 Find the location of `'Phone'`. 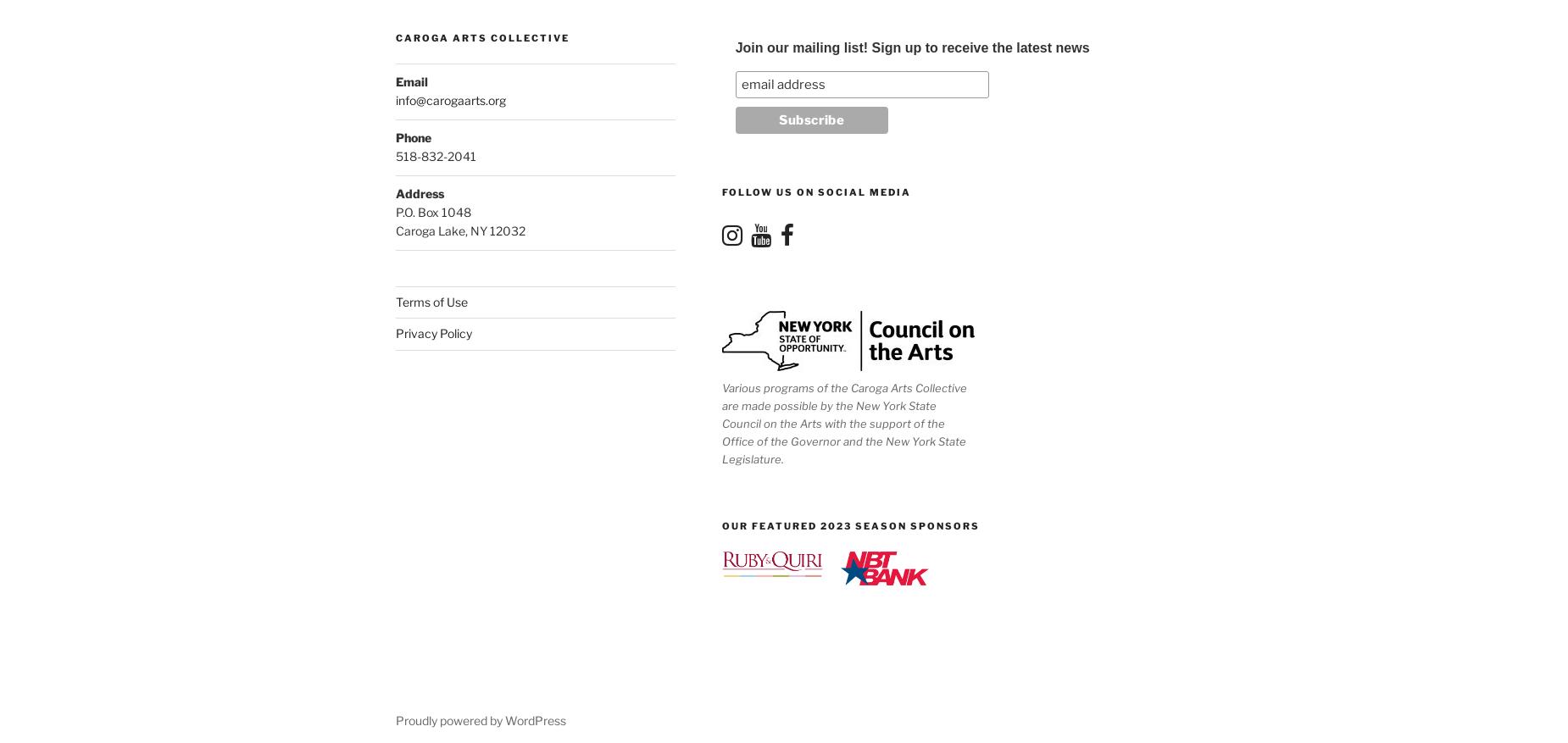

'Phone' is located at coordinates (414, 136).